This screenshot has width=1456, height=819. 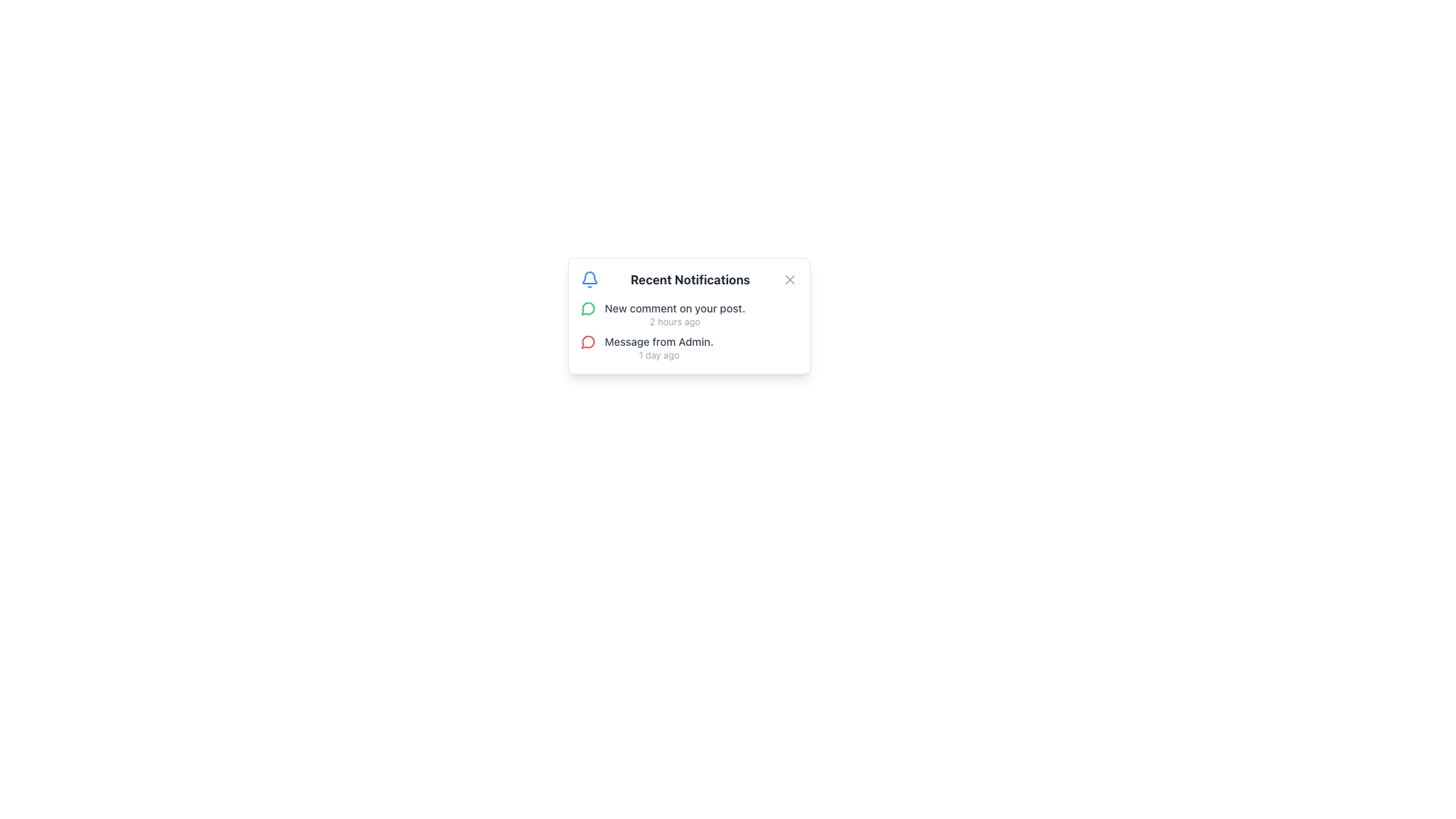 I want to click on the text label displaying '1 day ago', which is styled in gray and positioned below 'Message from Admin.', so click(x=659, y=356).